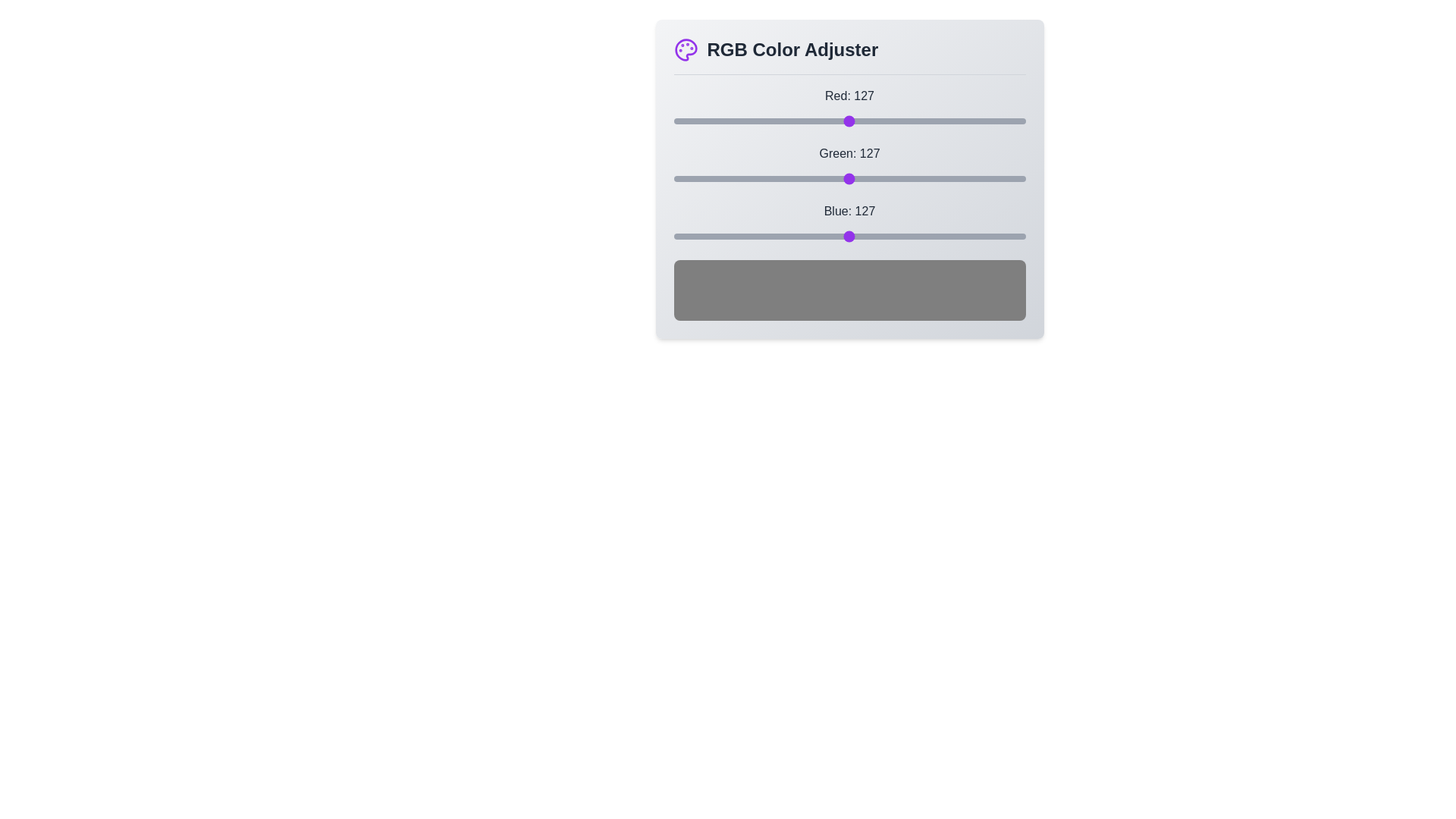  Describe the element at coordinates (865, 237) in the screenshot. I see `the blue slider to 139 by dragging the slider` at that location.